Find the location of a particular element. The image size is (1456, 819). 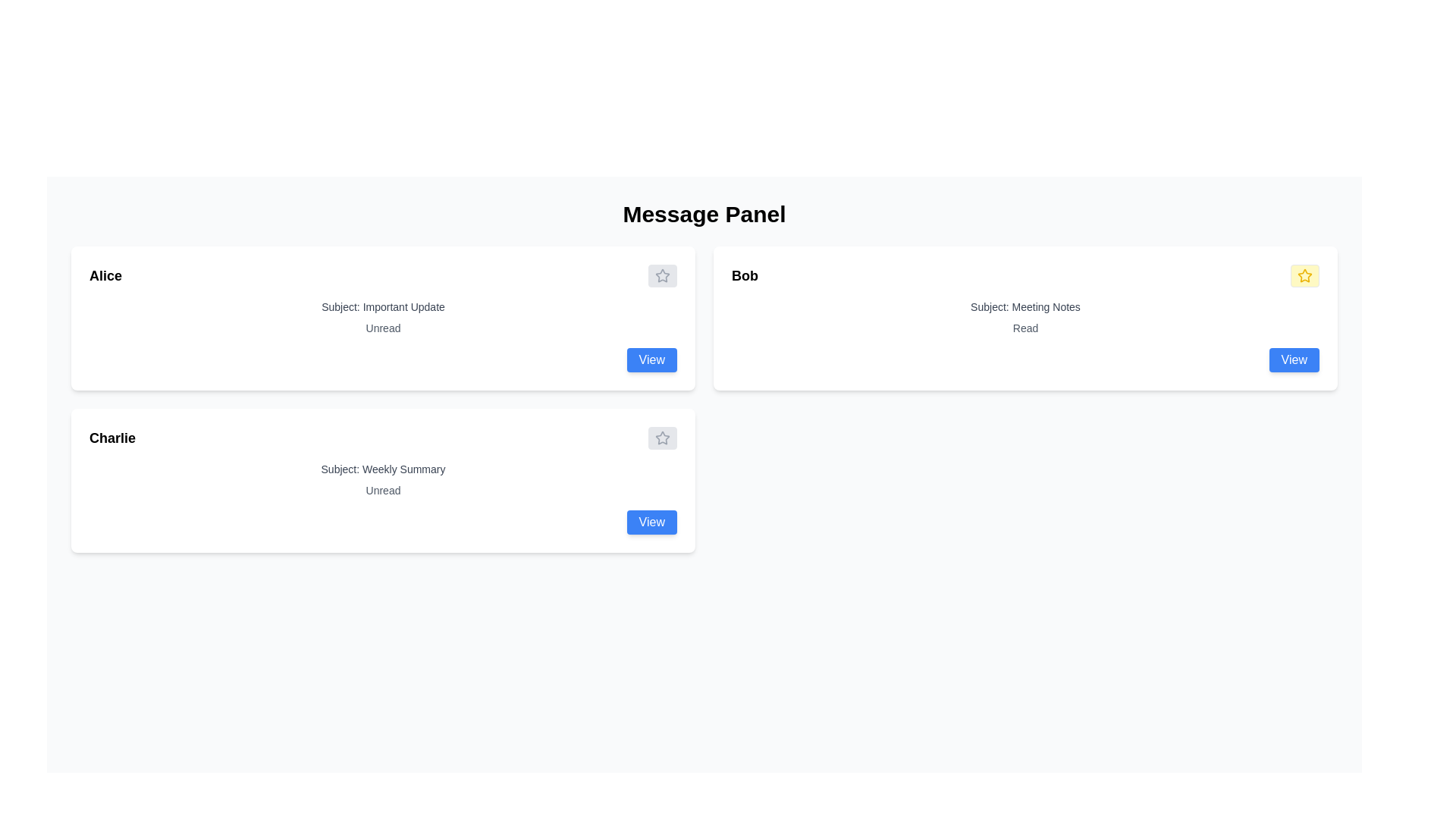

the text display reading 'Subject: Important Update', which is styled in a smaller, gray font and positioned below the sender's name 'Alice' within the message card is located at coordinates (383, 307).